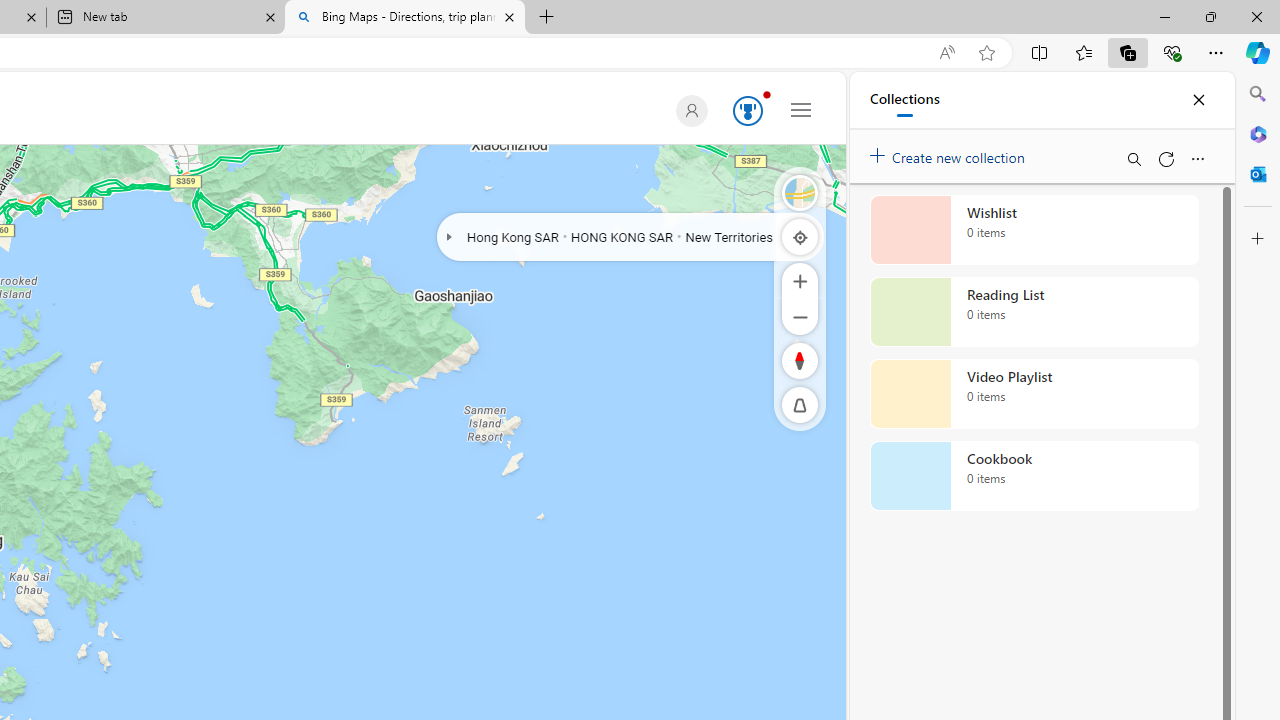  I want to click on 'Reset to Default Rotation', so click(800, 360).